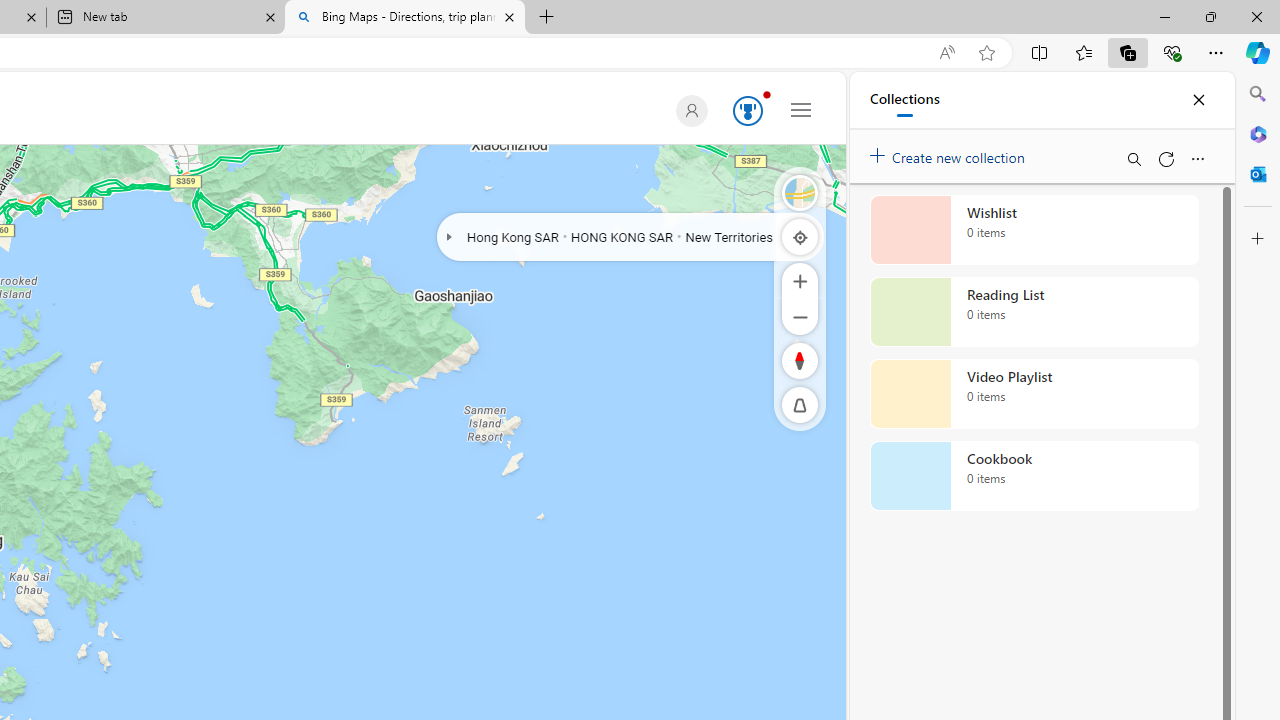  I want to click on 'Reset to Default Rotation', so click(800, 360).